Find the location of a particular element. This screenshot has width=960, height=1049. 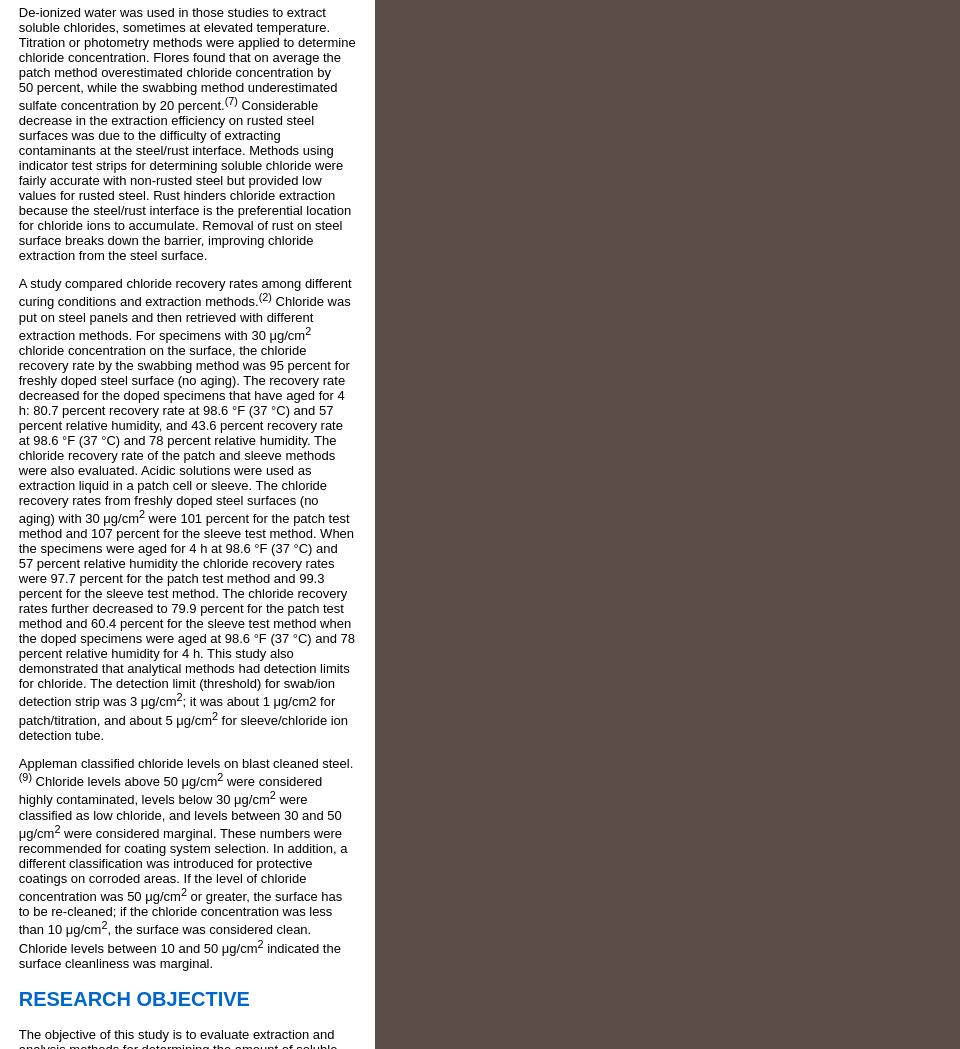

'(7)' is located at coordinates (230, 100).